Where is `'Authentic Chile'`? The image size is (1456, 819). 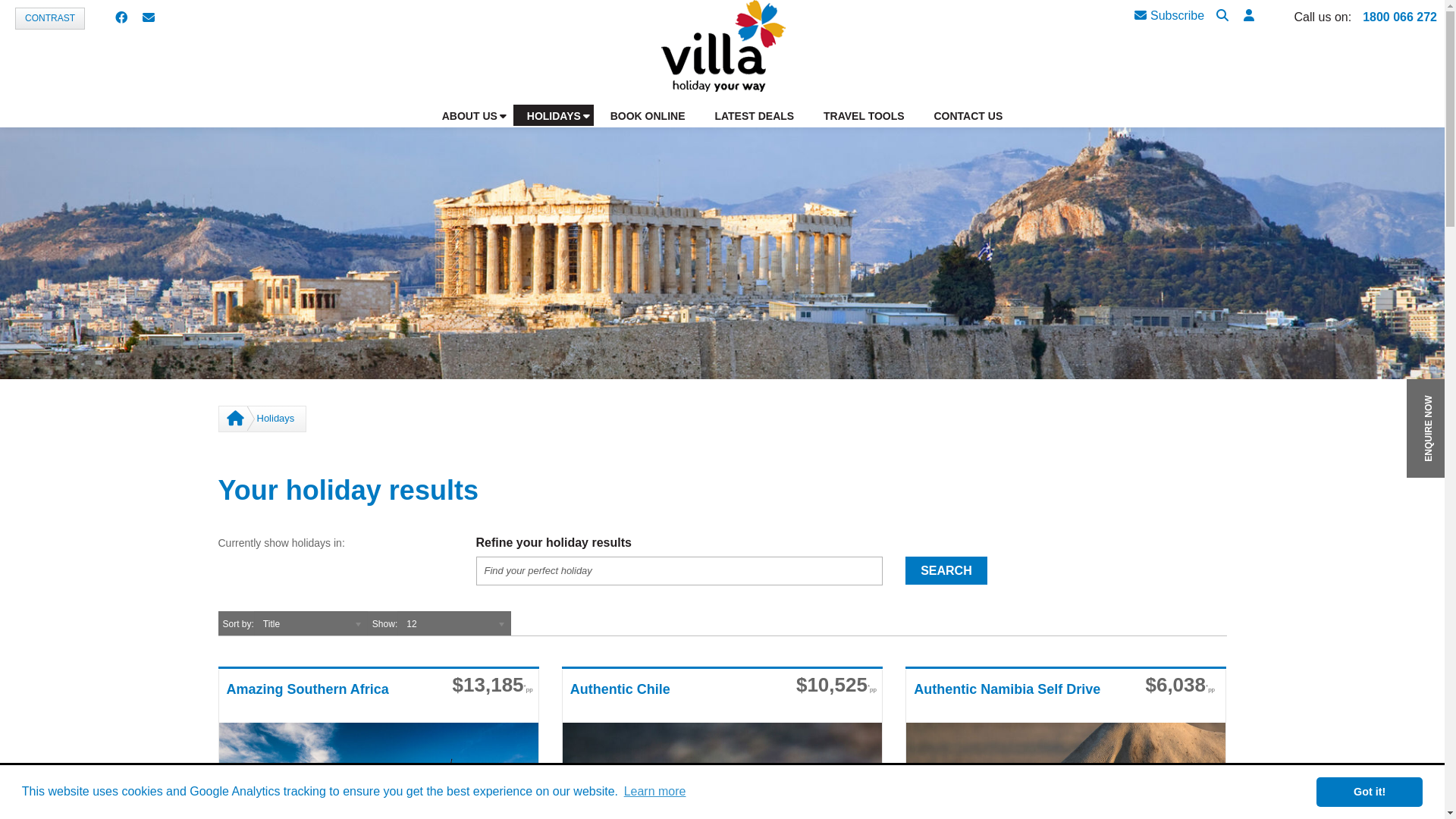
'Authentic Chile' is located at coordinates (668, 701).